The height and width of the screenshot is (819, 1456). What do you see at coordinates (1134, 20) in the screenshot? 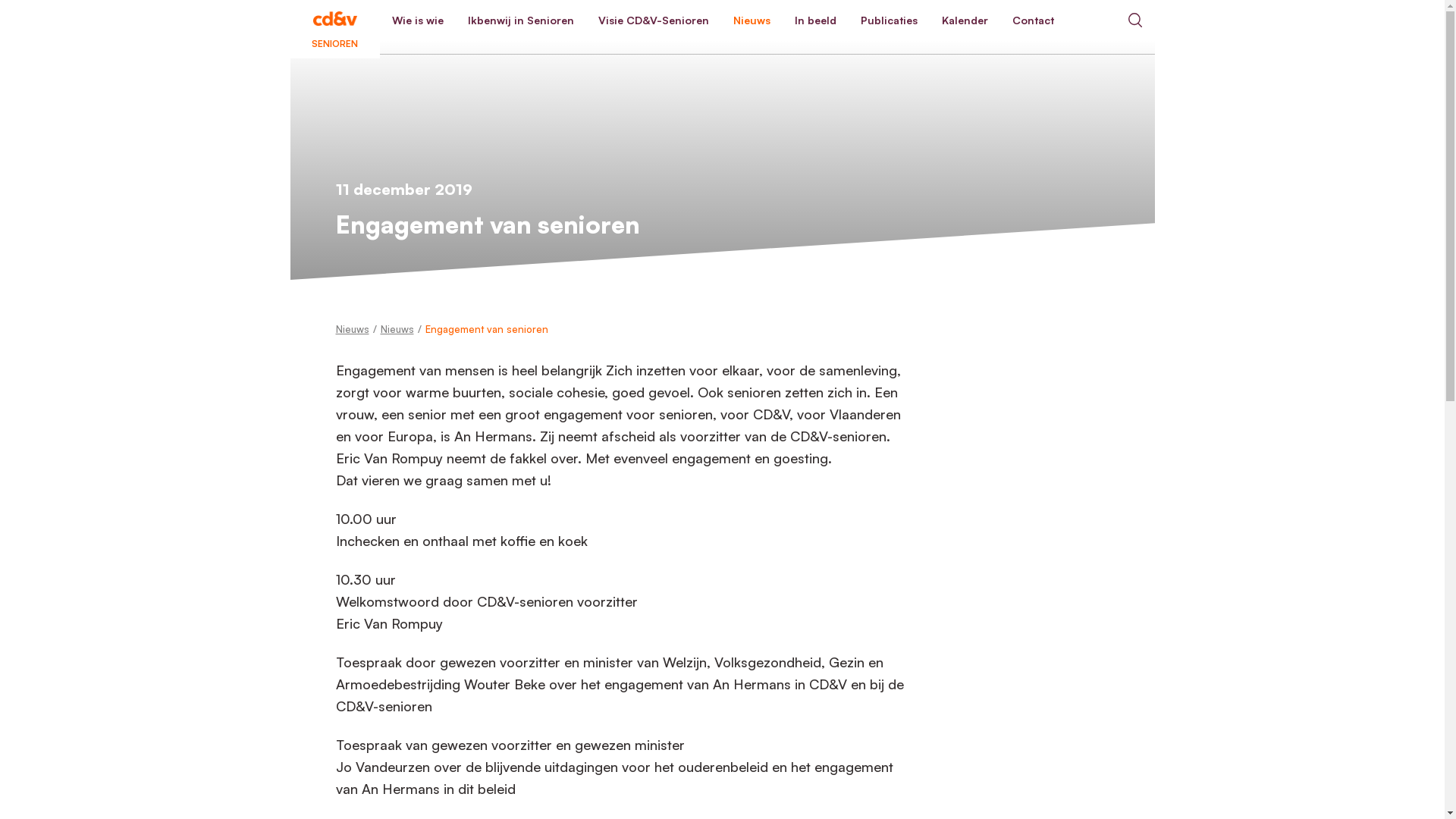
I see `'Search'` at bounding box center [1134, 20].